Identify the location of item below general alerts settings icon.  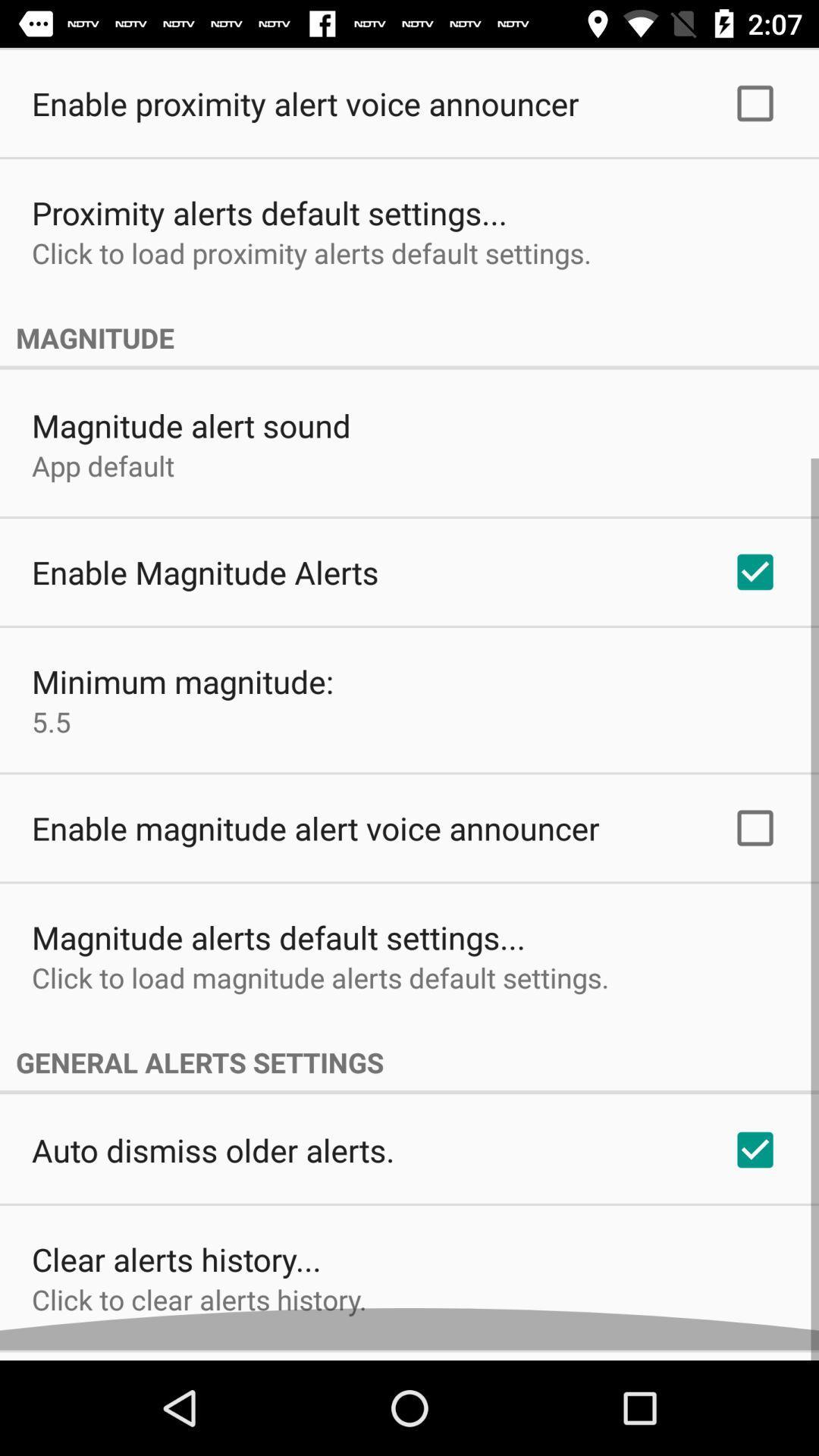
(213, 1159).